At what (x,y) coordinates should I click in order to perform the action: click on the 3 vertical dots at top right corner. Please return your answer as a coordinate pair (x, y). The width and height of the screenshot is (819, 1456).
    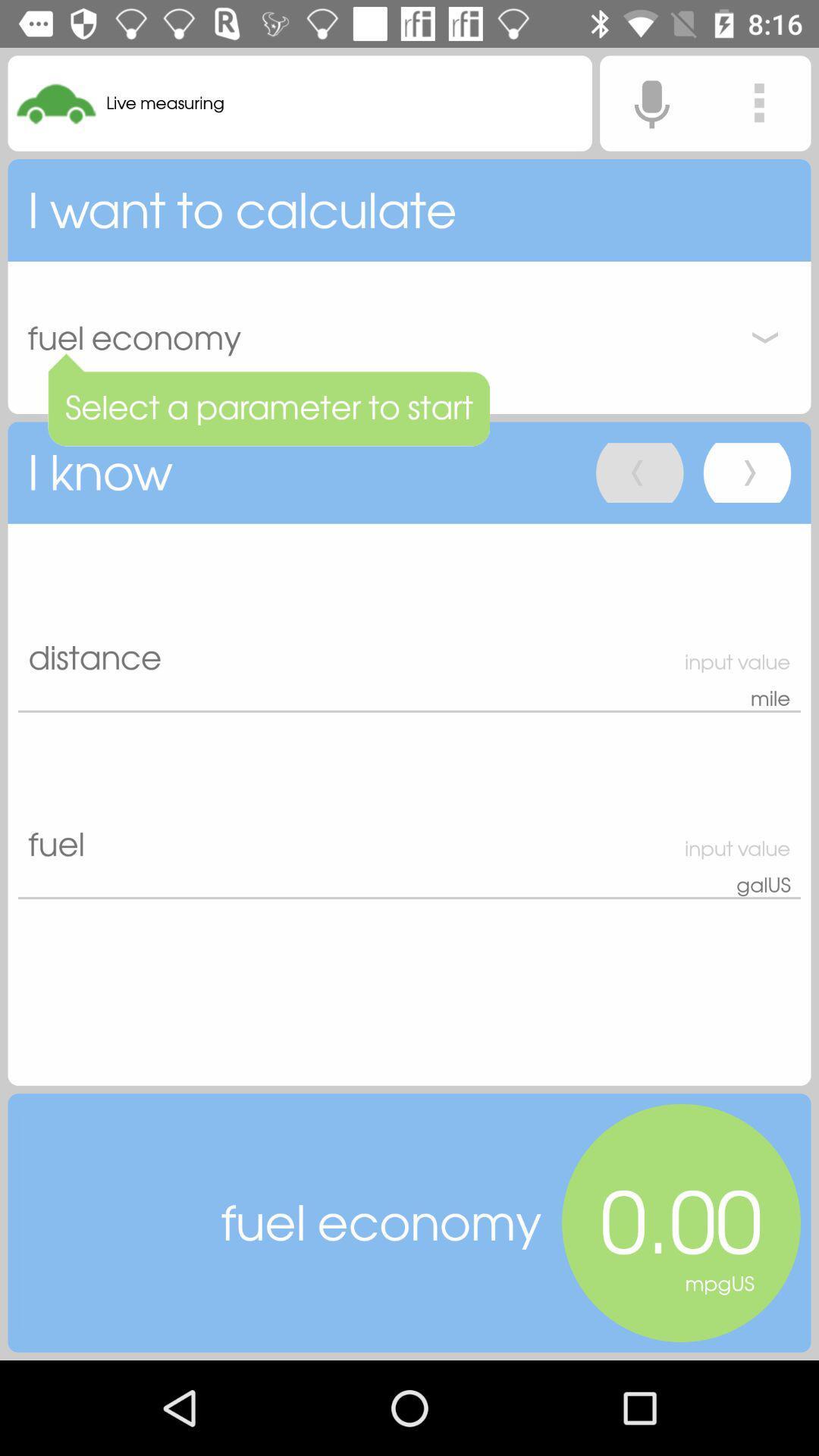
    Looking at the image, I should click on (759, 102).